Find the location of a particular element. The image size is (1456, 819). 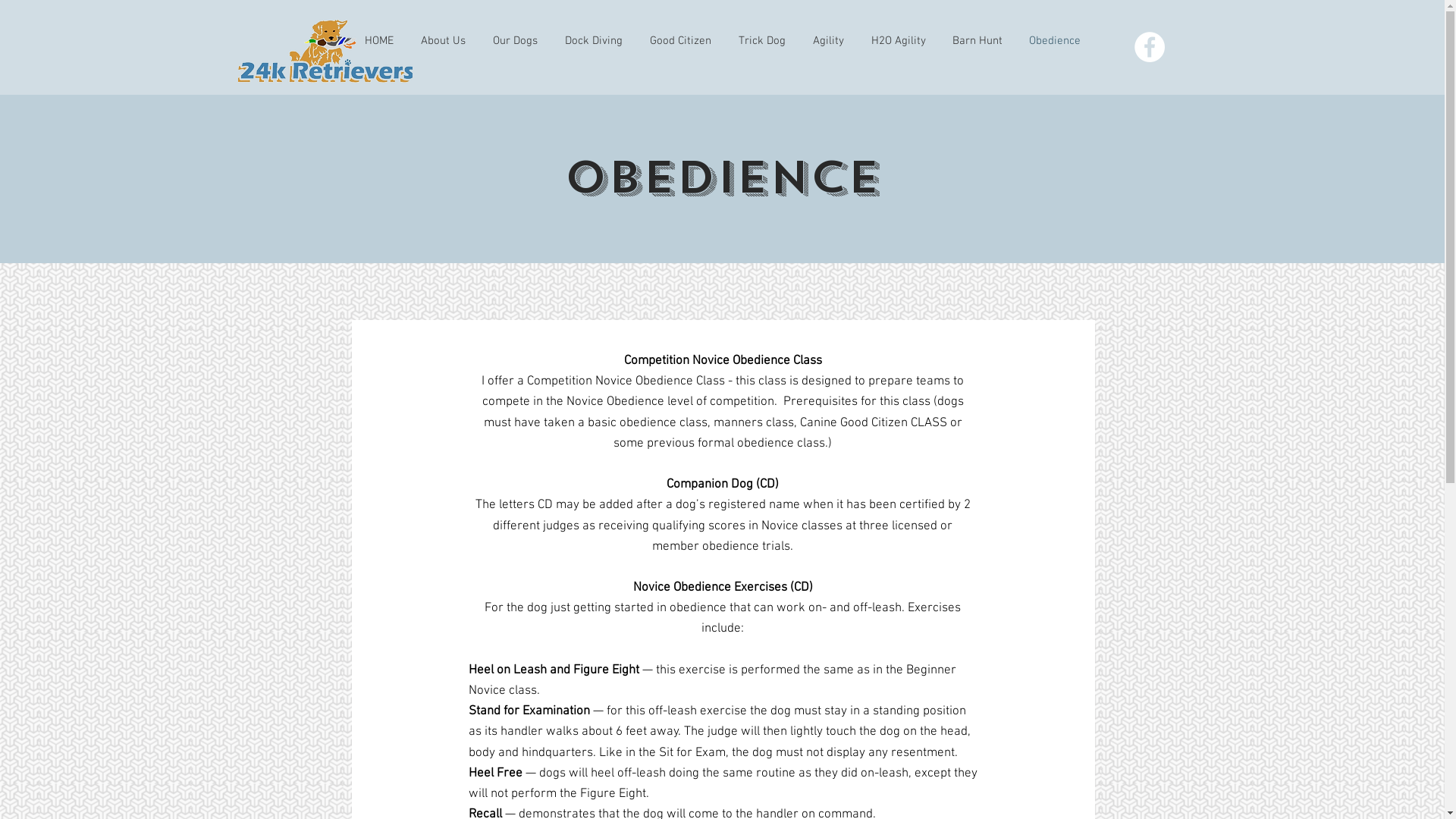

'Trick Dog' is located at coordinates (761, 40).